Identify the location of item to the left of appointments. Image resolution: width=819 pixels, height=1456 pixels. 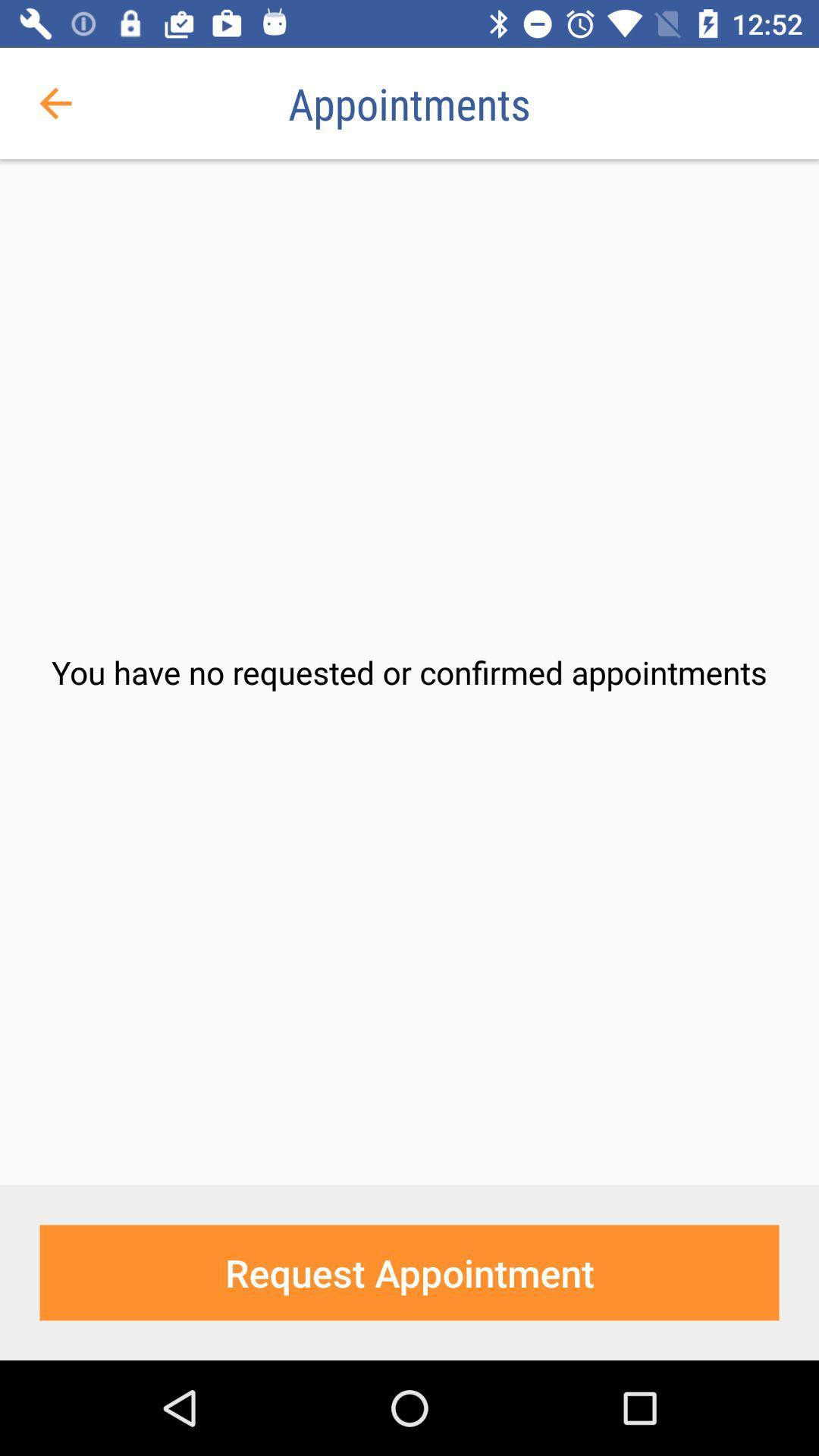
(55, 102).